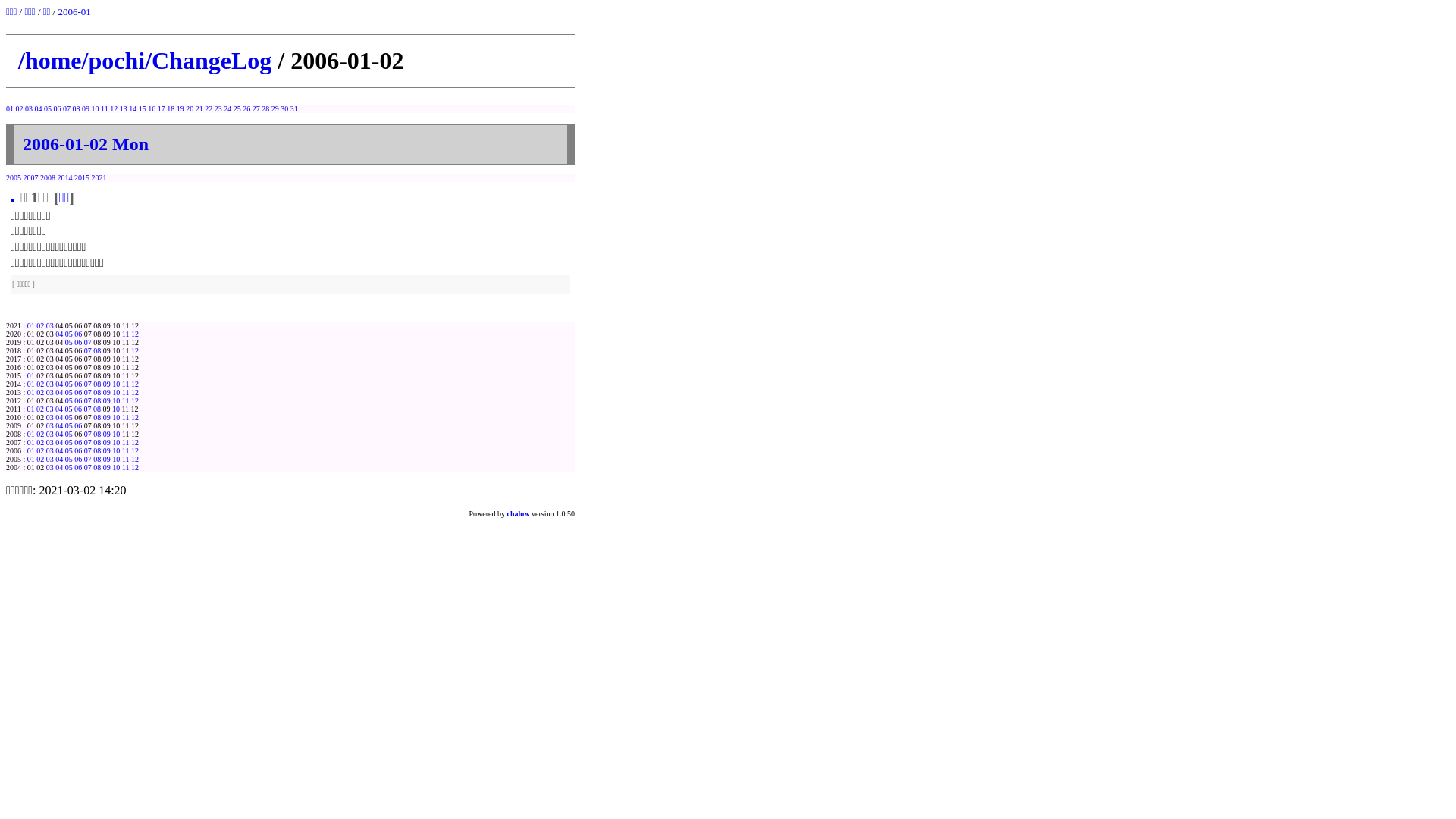  Describe the element at coordinates (96, 408) in the screenshot. I see `'08'` at that location.